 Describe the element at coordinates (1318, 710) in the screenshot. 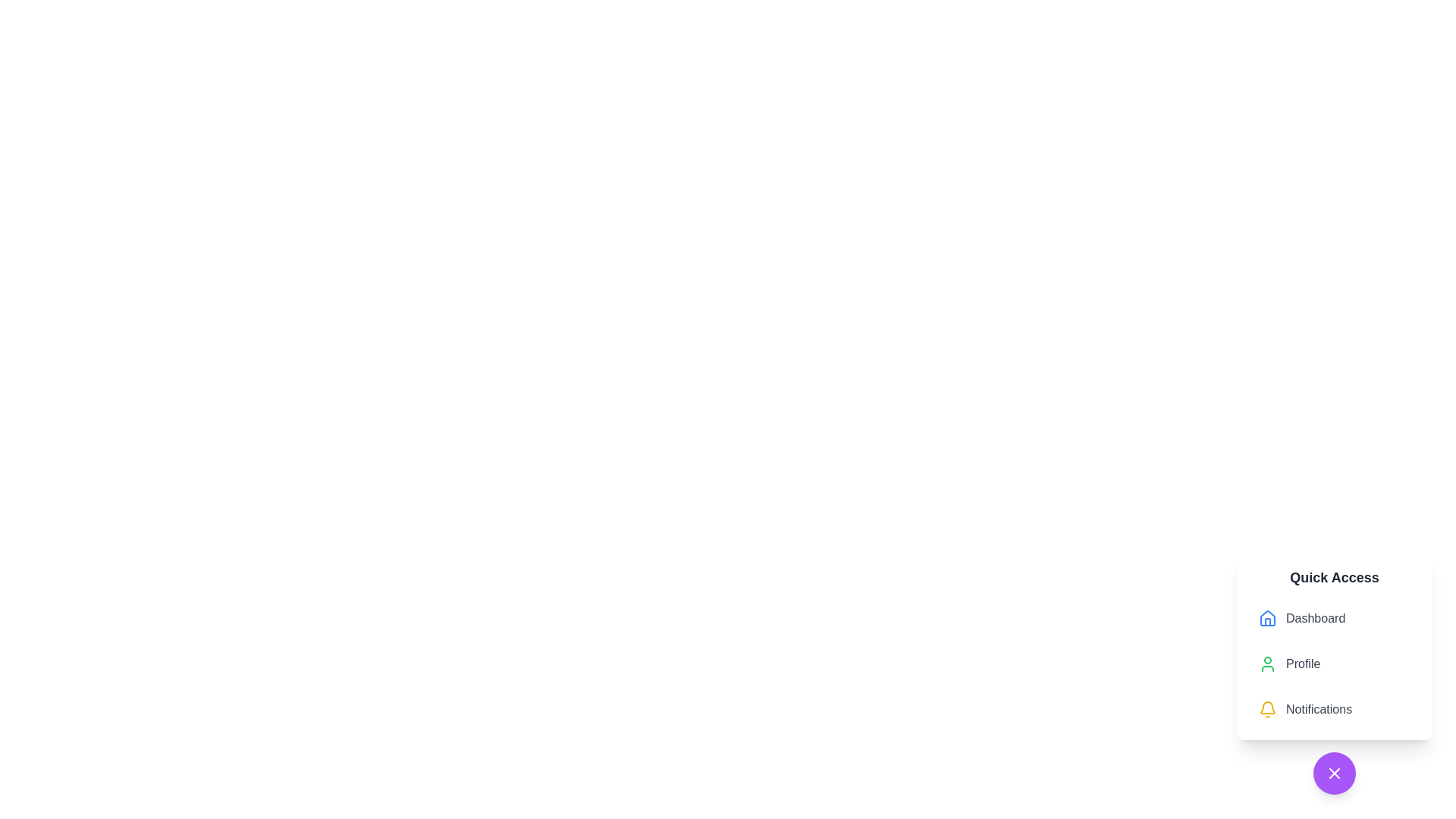

I see `the static text label that describes the menu entry for managing notifications, located in the third item of the 'Quick Access' list, right-aligned to a yellow bell icon` at that location.